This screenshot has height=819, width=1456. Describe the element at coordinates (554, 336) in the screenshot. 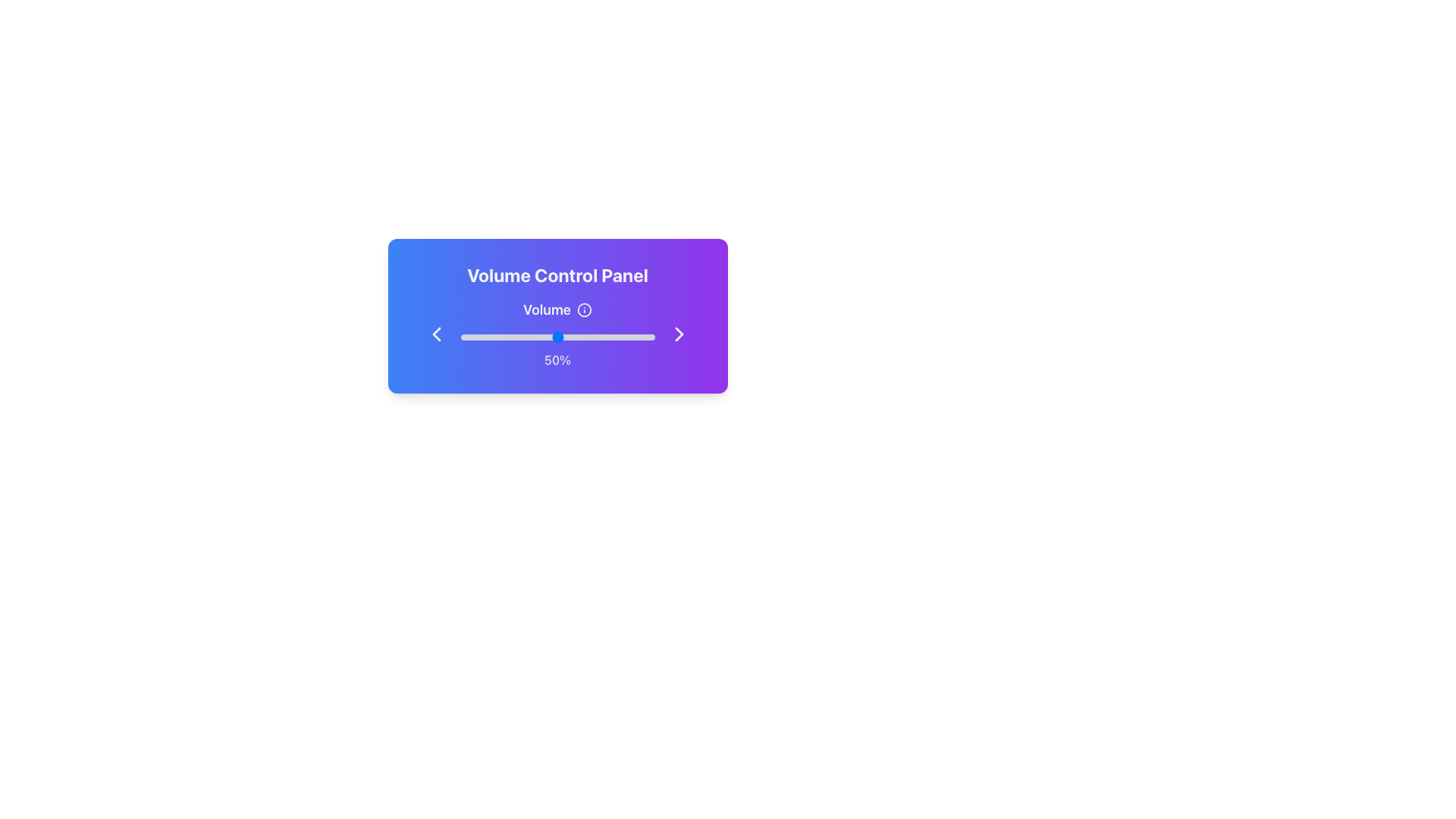

I see `the slider` at that location.